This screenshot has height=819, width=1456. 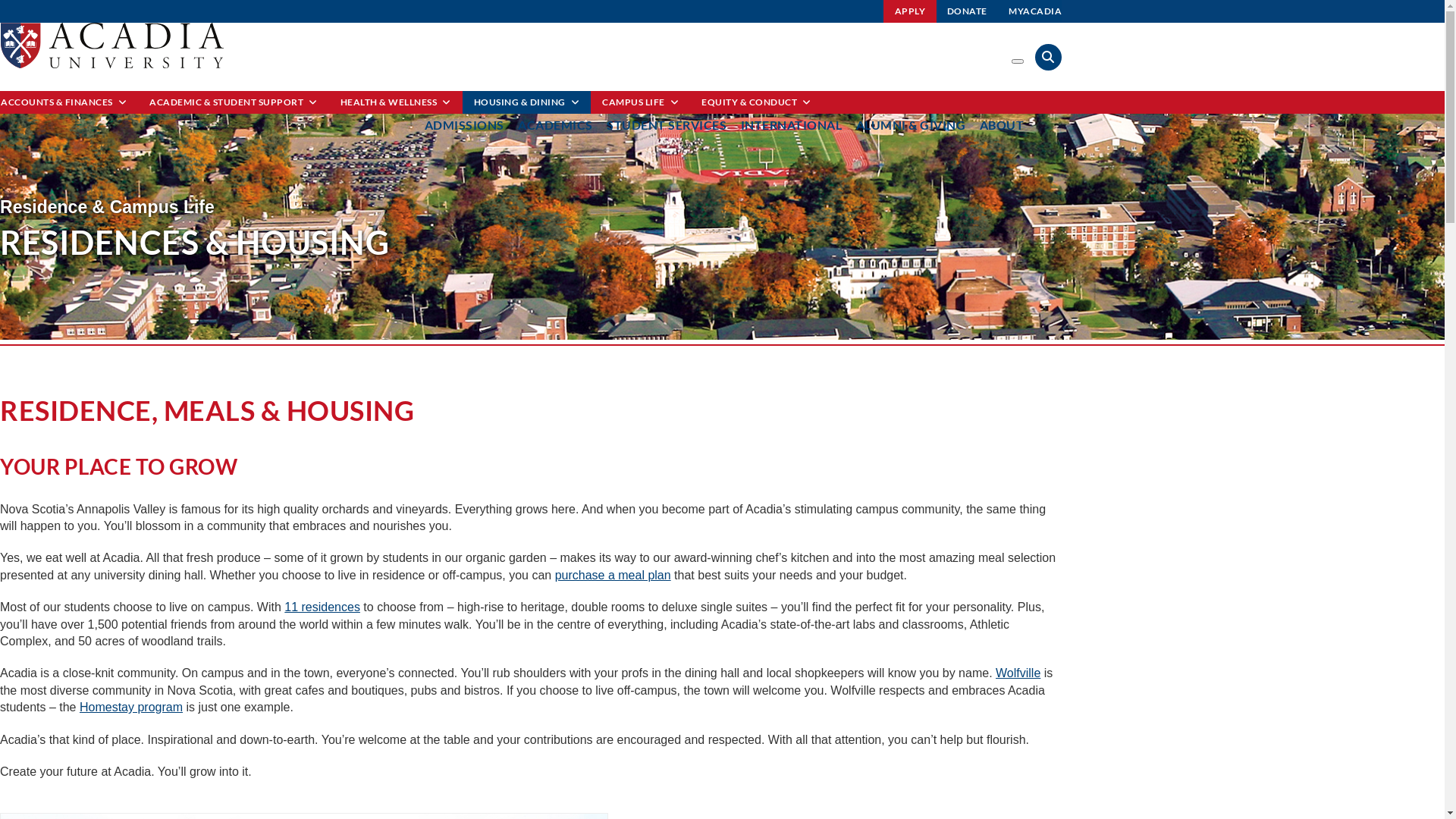 What do you see at coordinates (607, 124) in the screenshot?
I see `'STUDENT SERVICES'` at bounding box center [607, 124].